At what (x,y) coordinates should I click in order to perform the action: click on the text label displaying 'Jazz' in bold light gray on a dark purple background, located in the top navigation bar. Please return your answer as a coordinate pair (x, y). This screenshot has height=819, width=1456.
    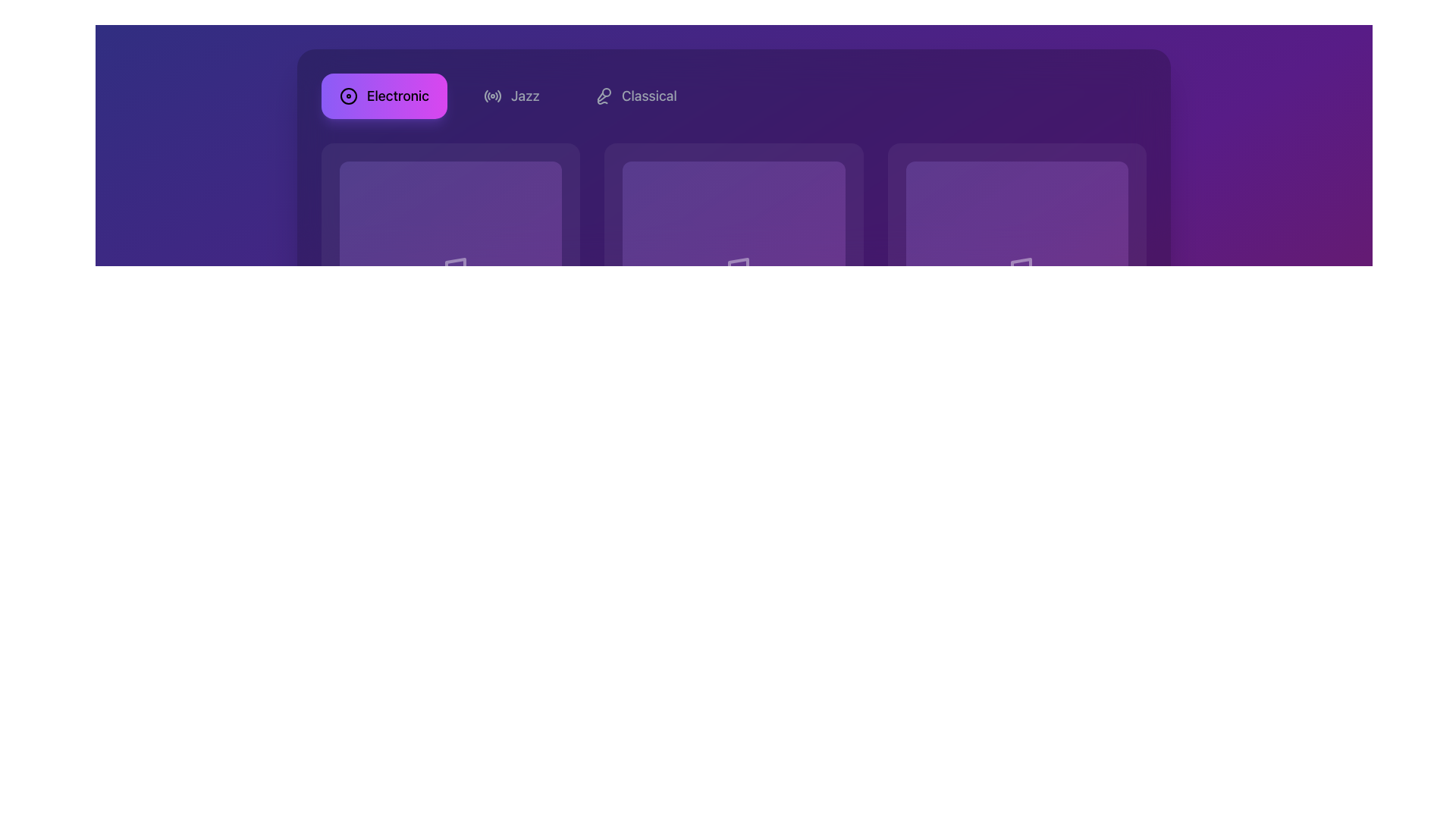
    Looking at the image, I should click on (525, 96).